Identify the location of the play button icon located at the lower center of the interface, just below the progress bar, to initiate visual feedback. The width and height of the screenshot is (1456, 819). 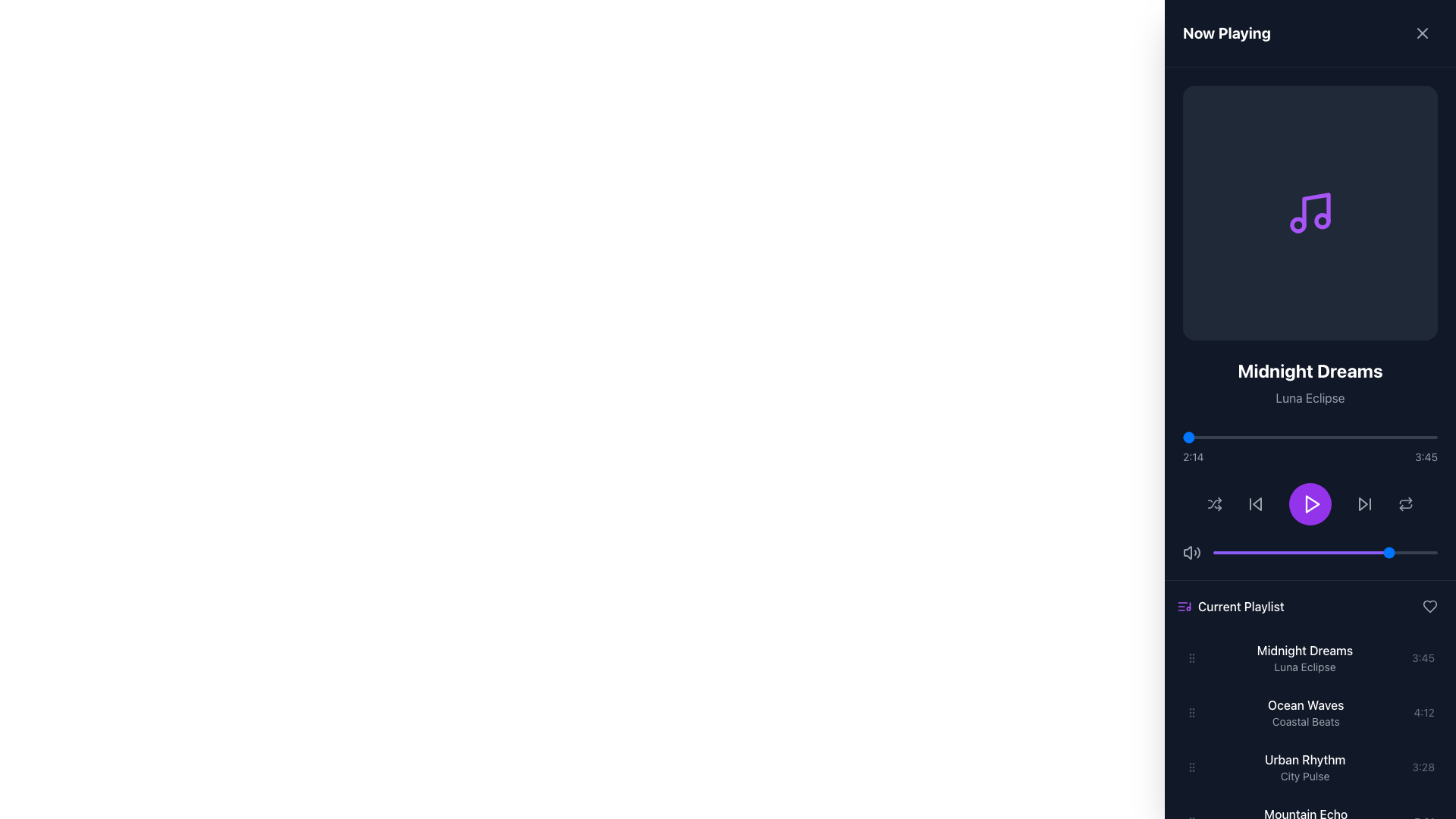
(1312, 504).